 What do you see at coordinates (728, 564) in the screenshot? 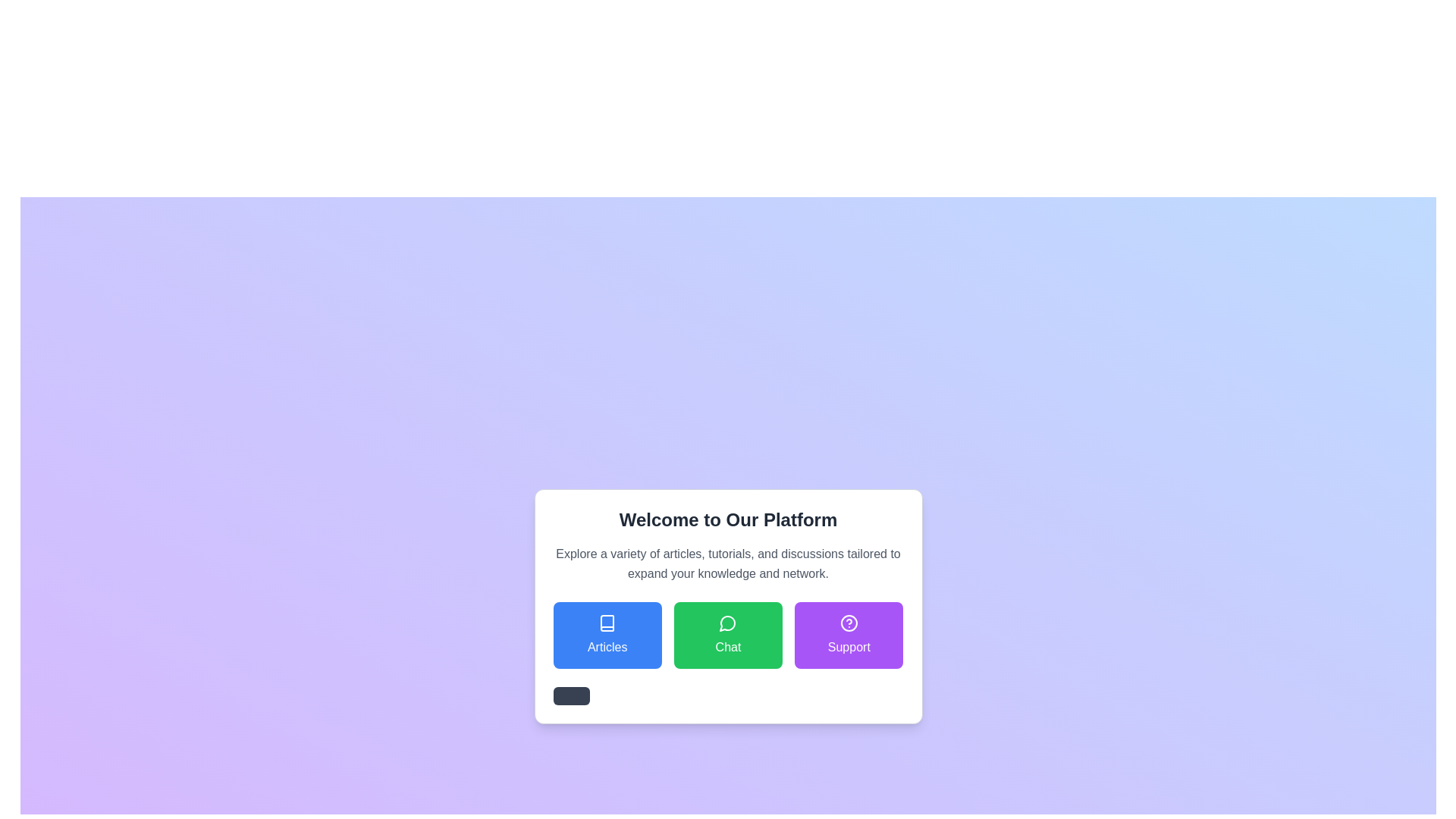
I see `the informative descriptive text located below the title 'Welcome to Our Platform' and above the buttons labeled 'Articles', 'Chat', and 'Support'` at bounding box center [728, 564].